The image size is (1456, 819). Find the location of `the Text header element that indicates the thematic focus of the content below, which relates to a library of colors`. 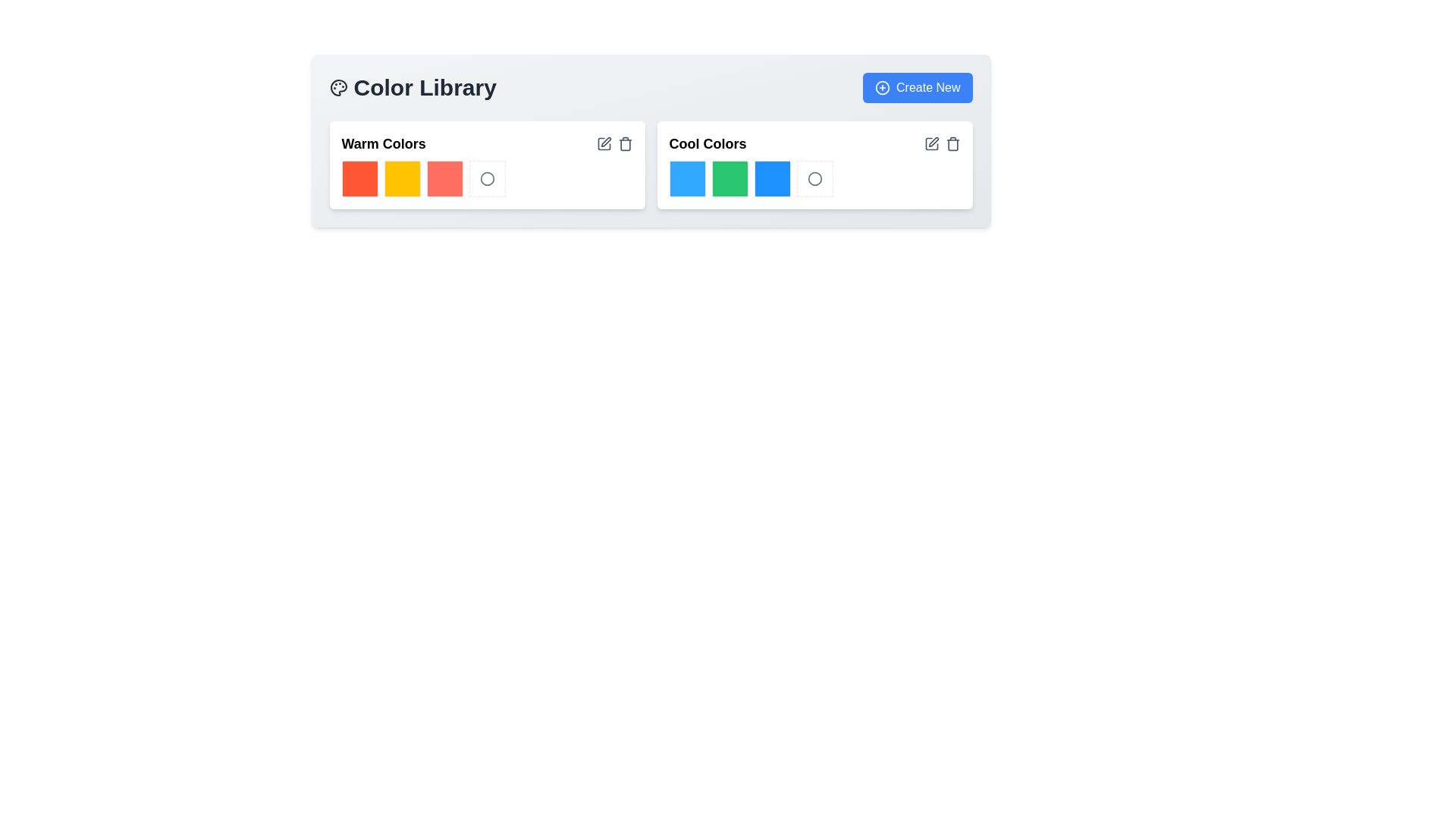

the Text header element that indicates the thematic focus of the content below, which relates to a library of colors is located at coordinates (413, 87).